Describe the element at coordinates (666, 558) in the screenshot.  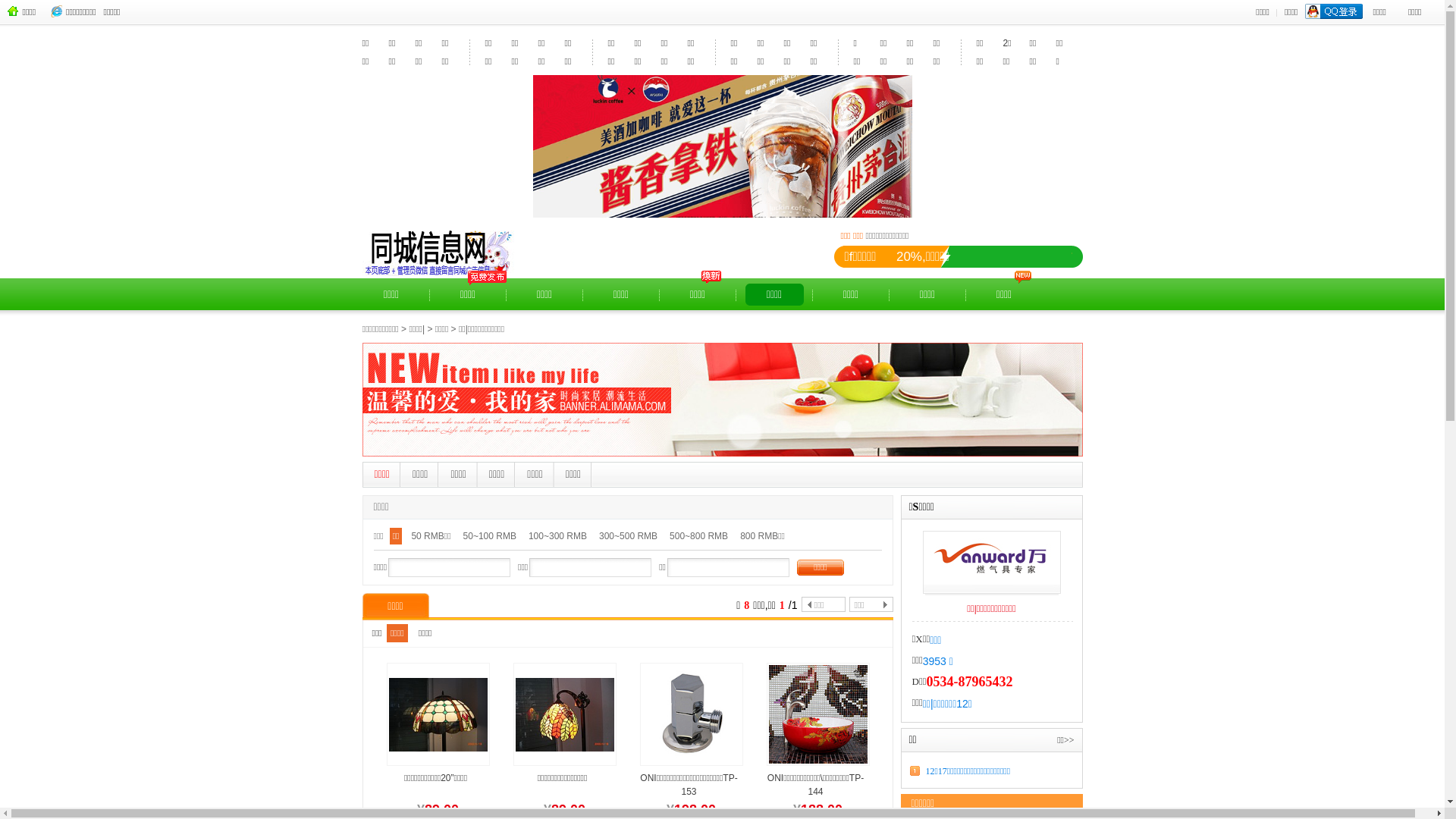
I see `'500~800 RMB'` at that location.